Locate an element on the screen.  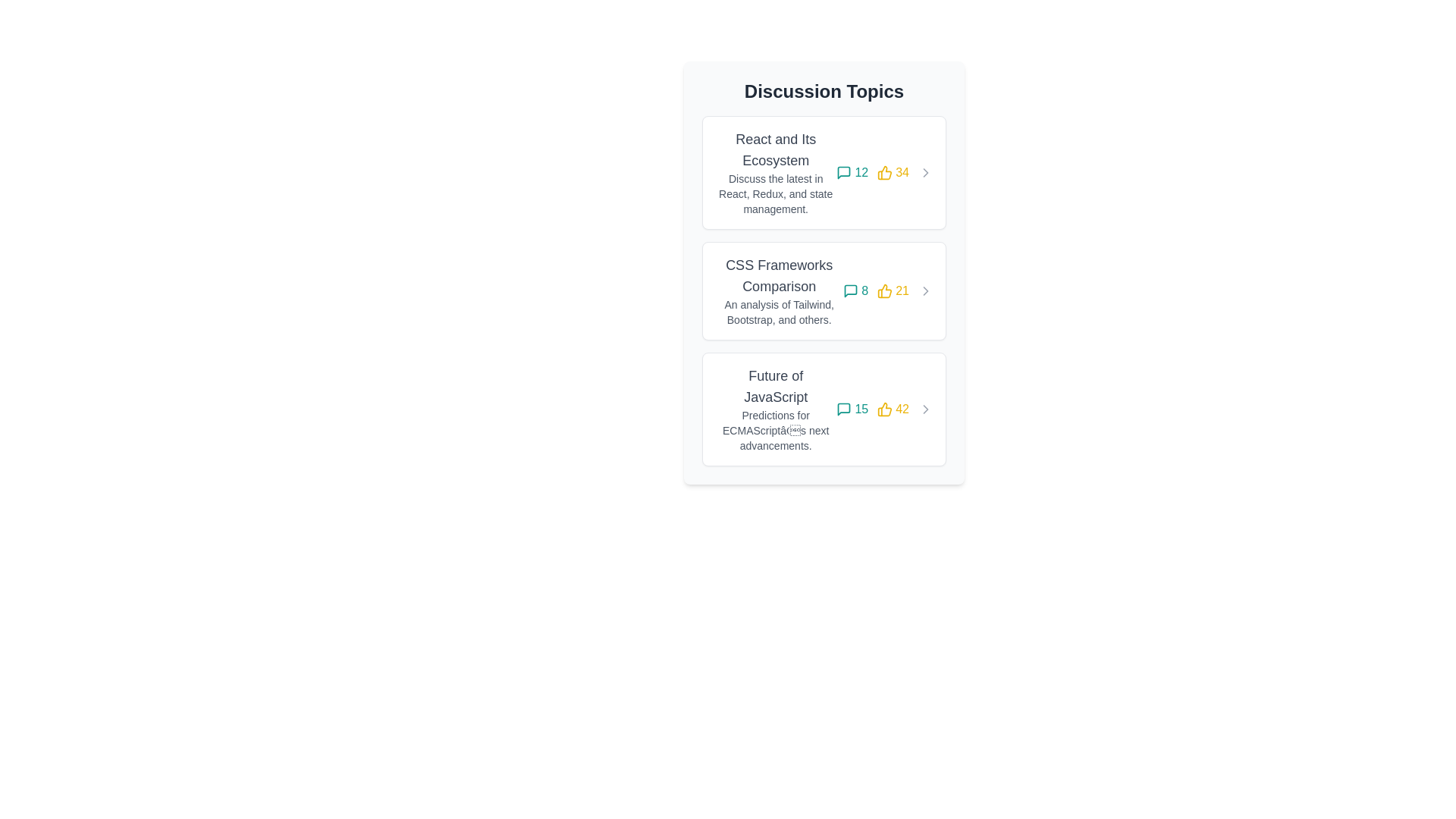
the Activity summary indicator and navigation link, which includes a teal speech bubble icon, the number '8' in teal, a yellow thumbs-up icon, the number '21' in yellow, and a faint gray chevron pointing to the right, located near the top center of the 'CSS Frameworks Comparison' discussion topic is located at coordinates (888, 291).